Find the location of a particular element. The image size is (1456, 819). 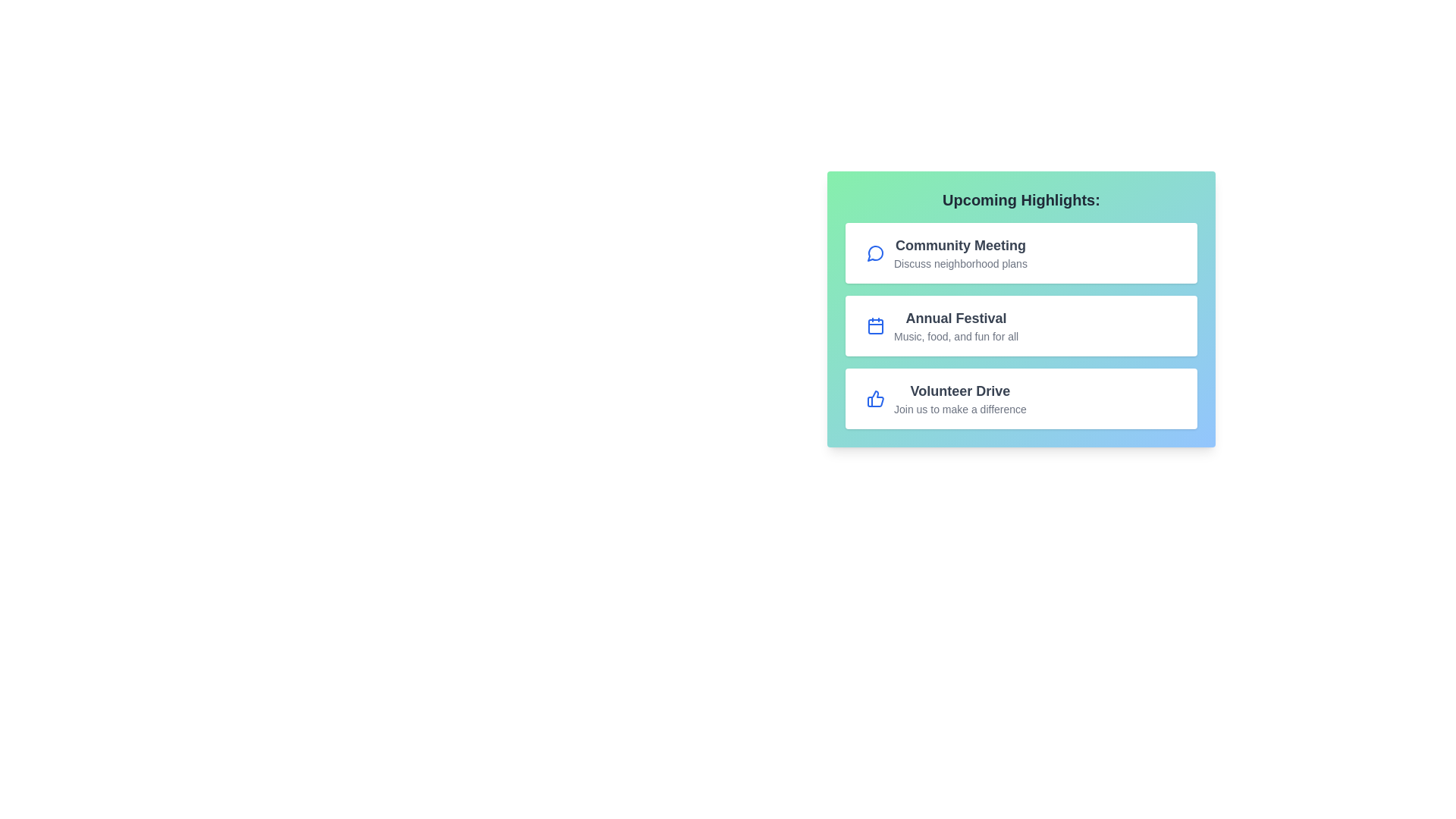

the center of the EventHighlights component container to focus on it is located at coordinates (1021, 309).